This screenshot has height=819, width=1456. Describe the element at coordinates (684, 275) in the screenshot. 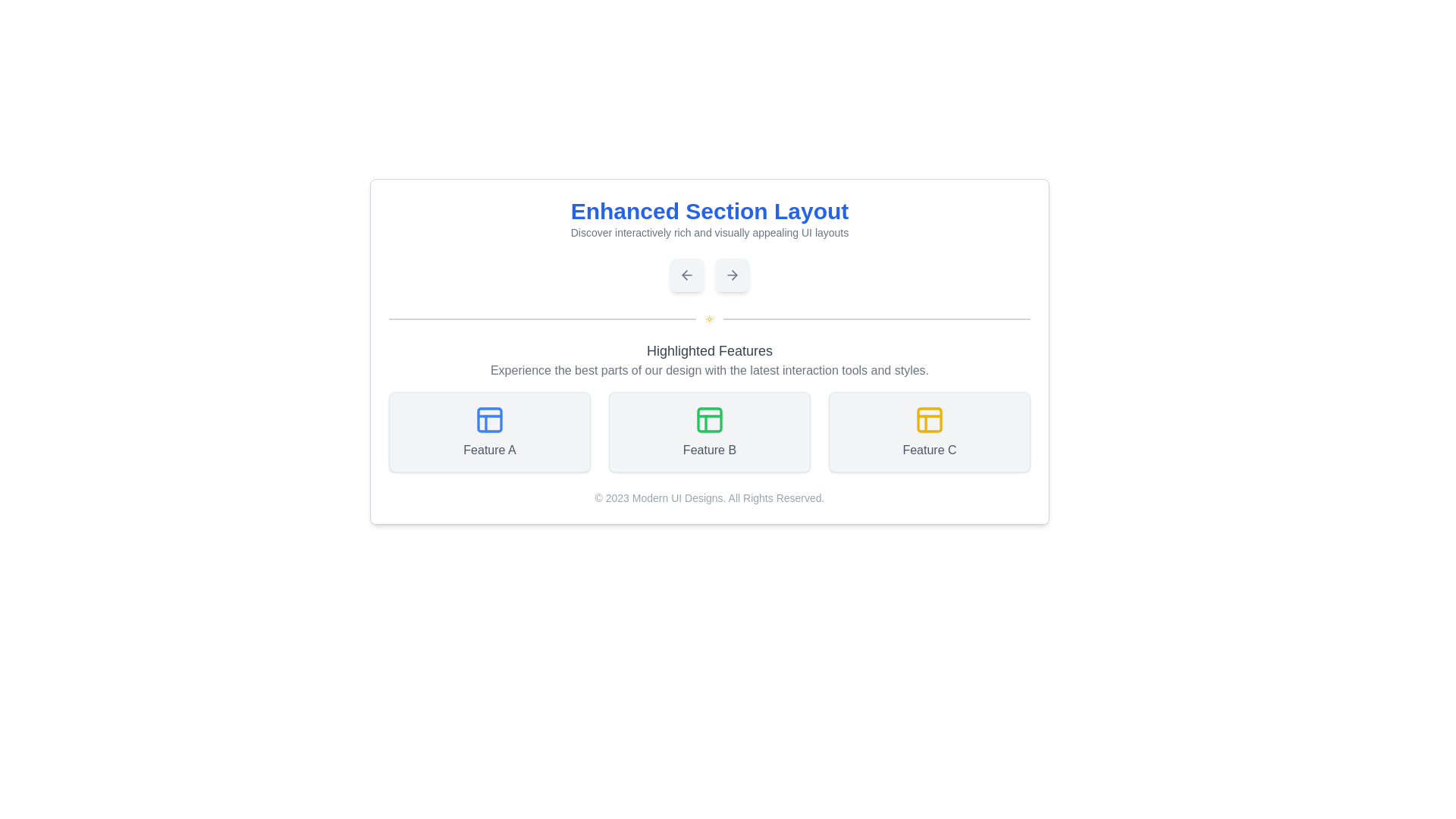

I see `the leftward arrow navigation control located below the 'Enhanced Section Layout' heading` at that location.